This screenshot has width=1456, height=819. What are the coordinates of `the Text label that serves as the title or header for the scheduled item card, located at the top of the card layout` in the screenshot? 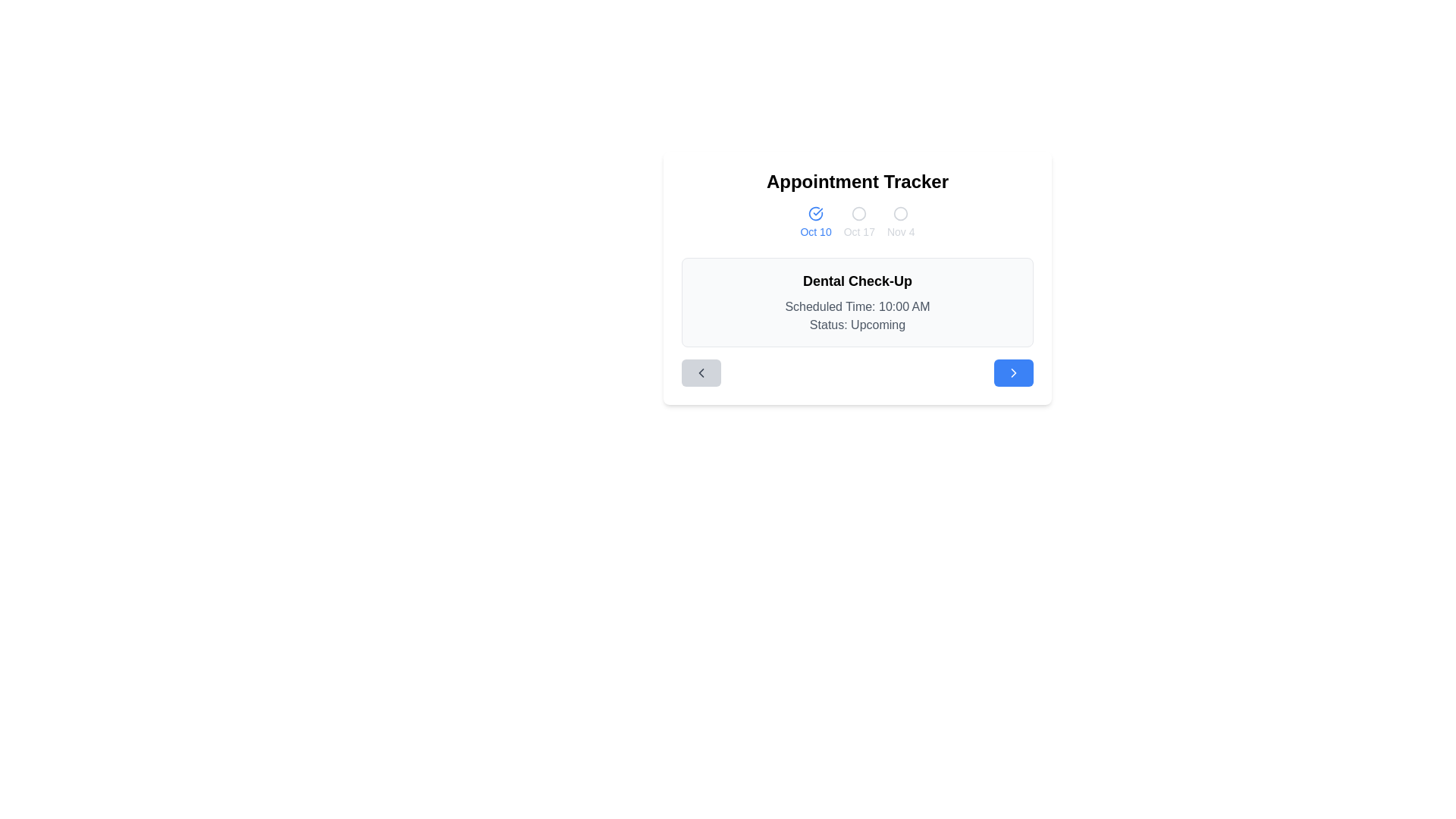 It's located at (858, 281).